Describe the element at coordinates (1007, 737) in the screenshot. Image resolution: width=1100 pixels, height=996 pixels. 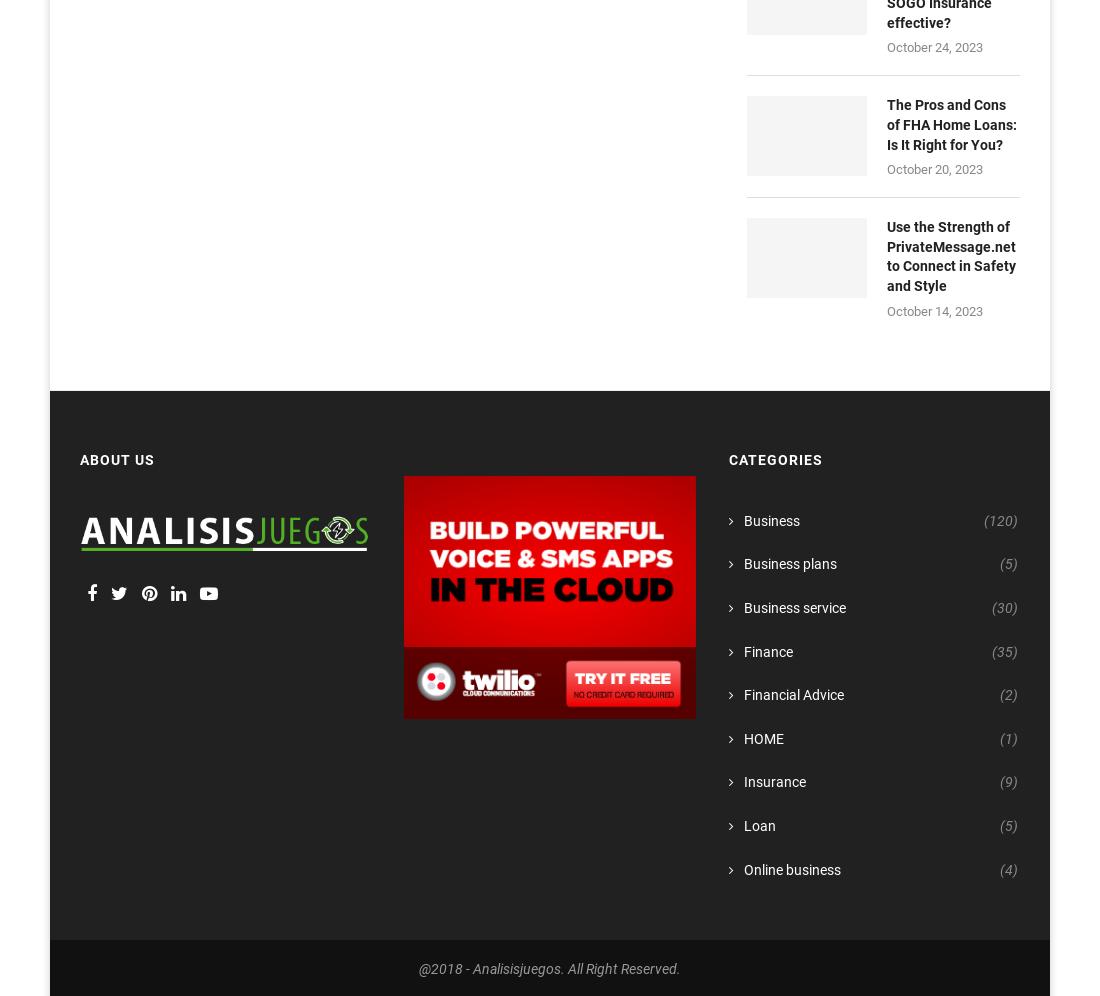
I see `'(1)'` at that location.